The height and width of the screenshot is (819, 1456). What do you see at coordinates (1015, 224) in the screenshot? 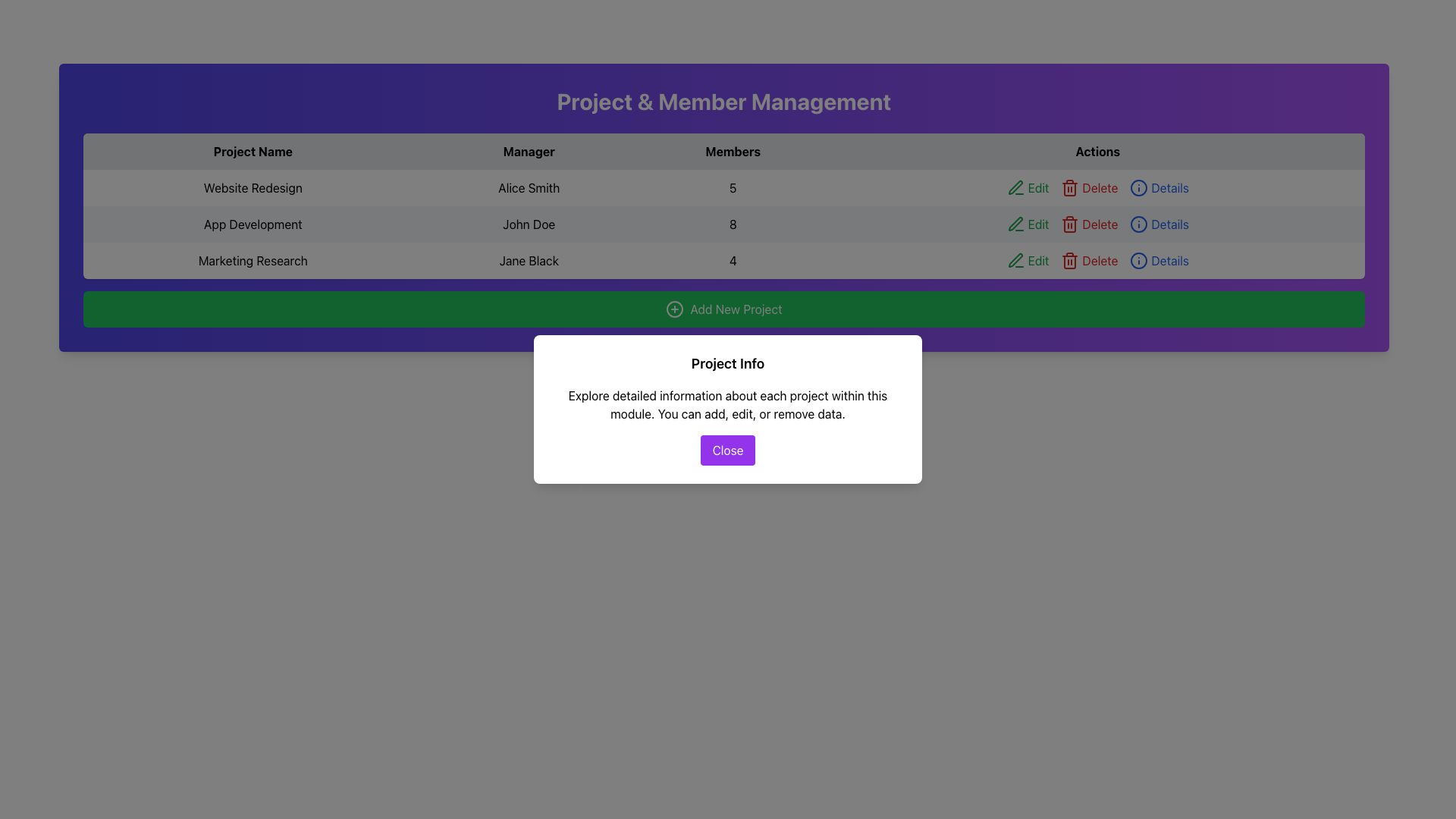
I see `the Icon button for editing project details located in the 'Actions' column of the 'Project & Member Management' table for the 'App Development' project` at bounding box center [1015, 224].